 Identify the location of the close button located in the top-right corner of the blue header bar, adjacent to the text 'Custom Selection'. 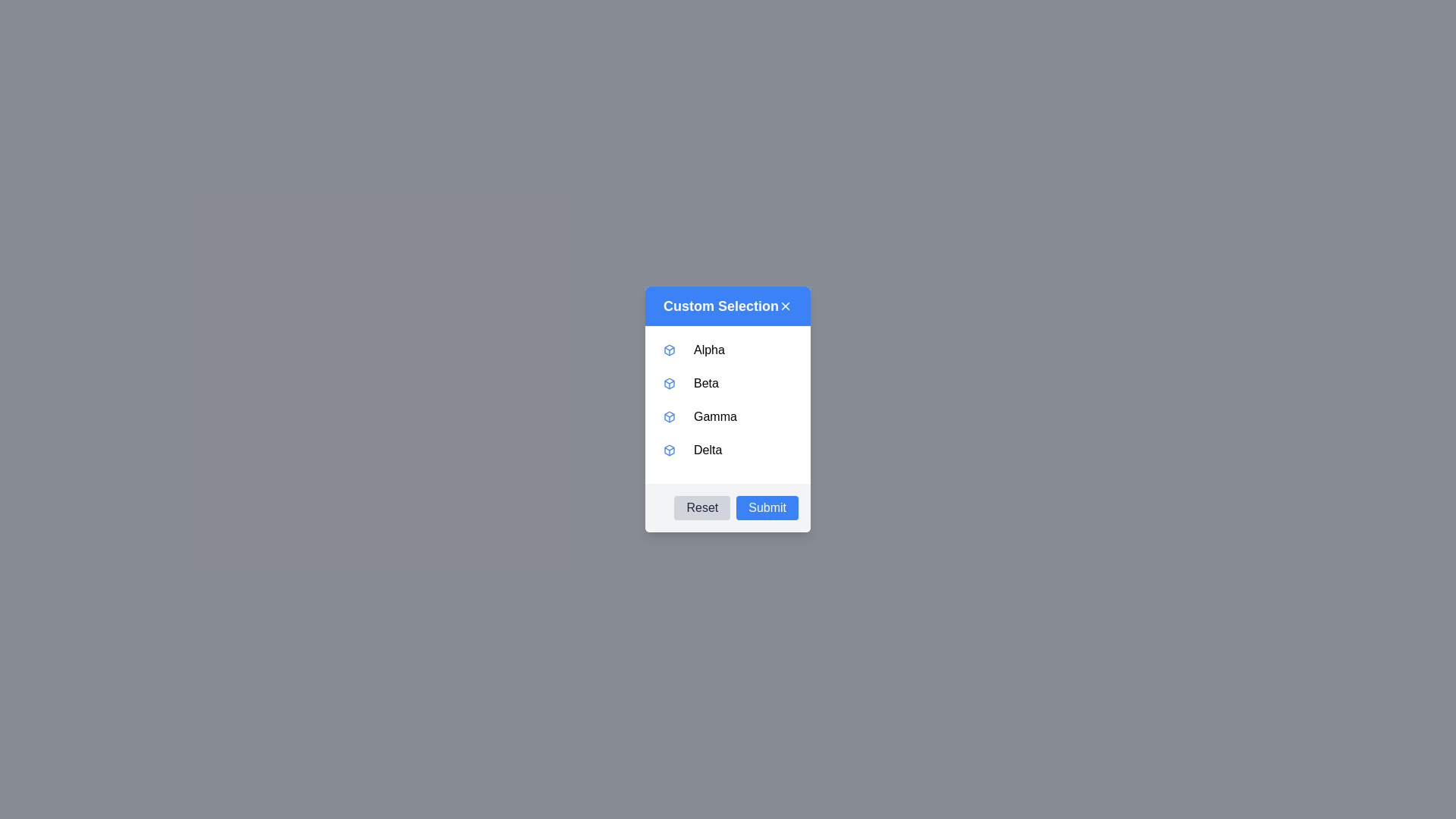
(786, 306).